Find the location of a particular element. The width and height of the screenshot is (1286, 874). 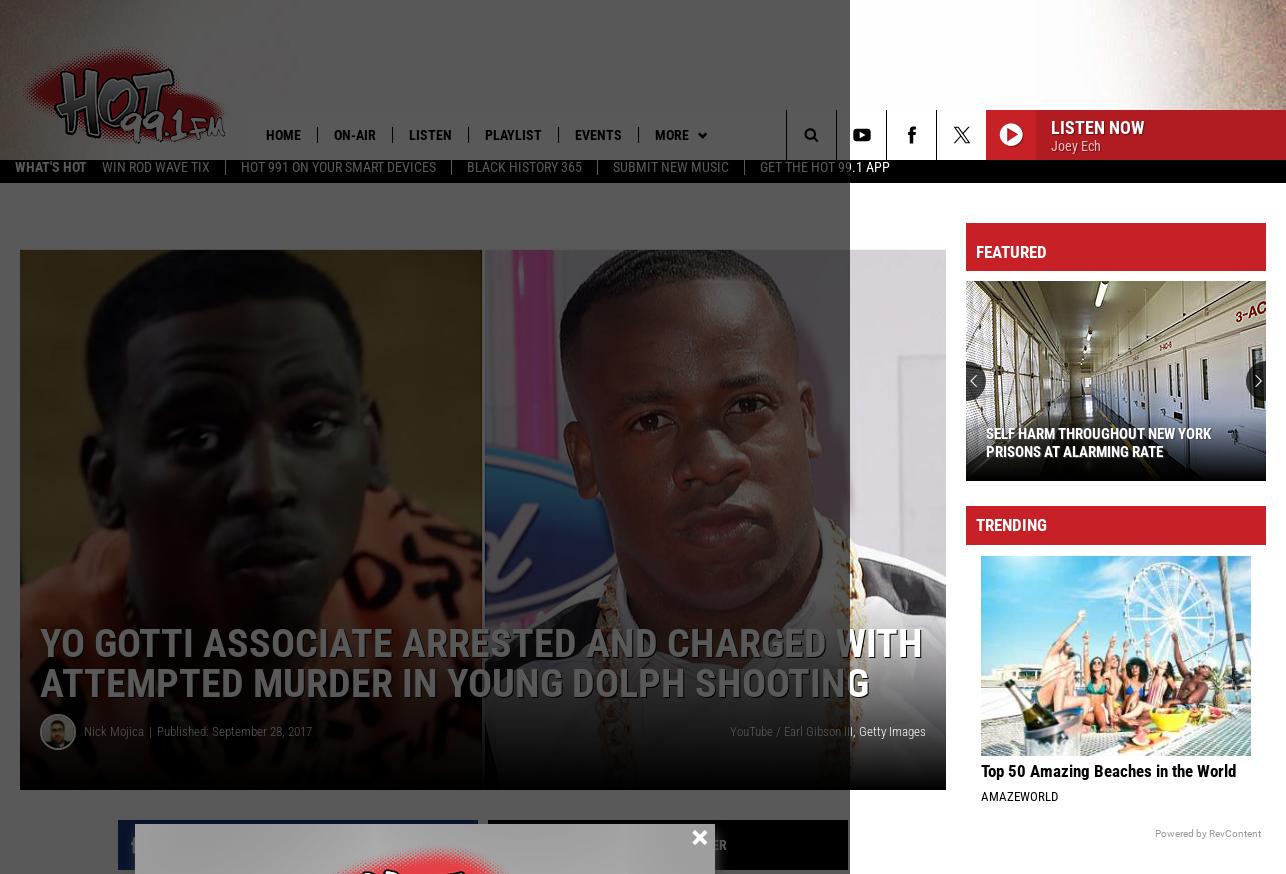

'Yo Gotti Associate Arrested and Charged With Attempted Murder in Young Dolph Shooting' is located at coordinates (480, 672).